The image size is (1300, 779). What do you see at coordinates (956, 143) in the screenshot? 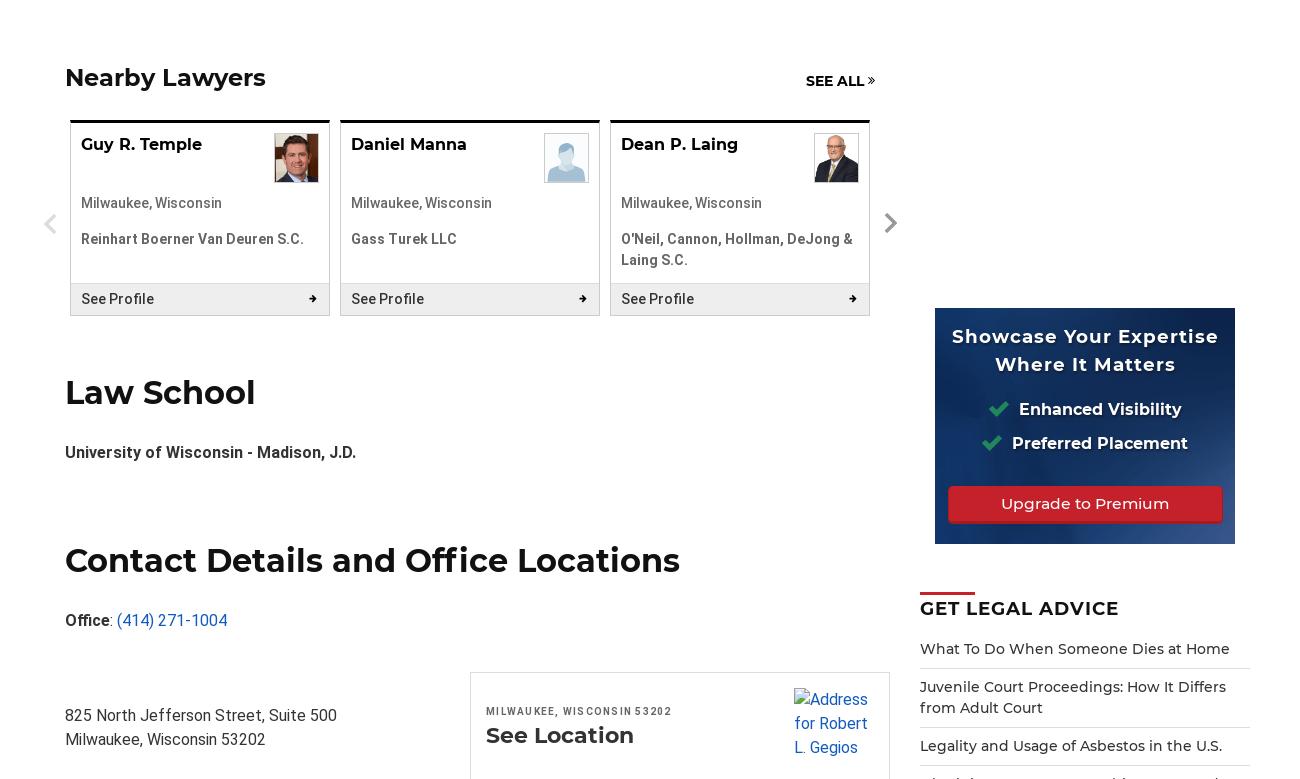
I see `'David B. Schulz'` at bounding box center [956, 143].